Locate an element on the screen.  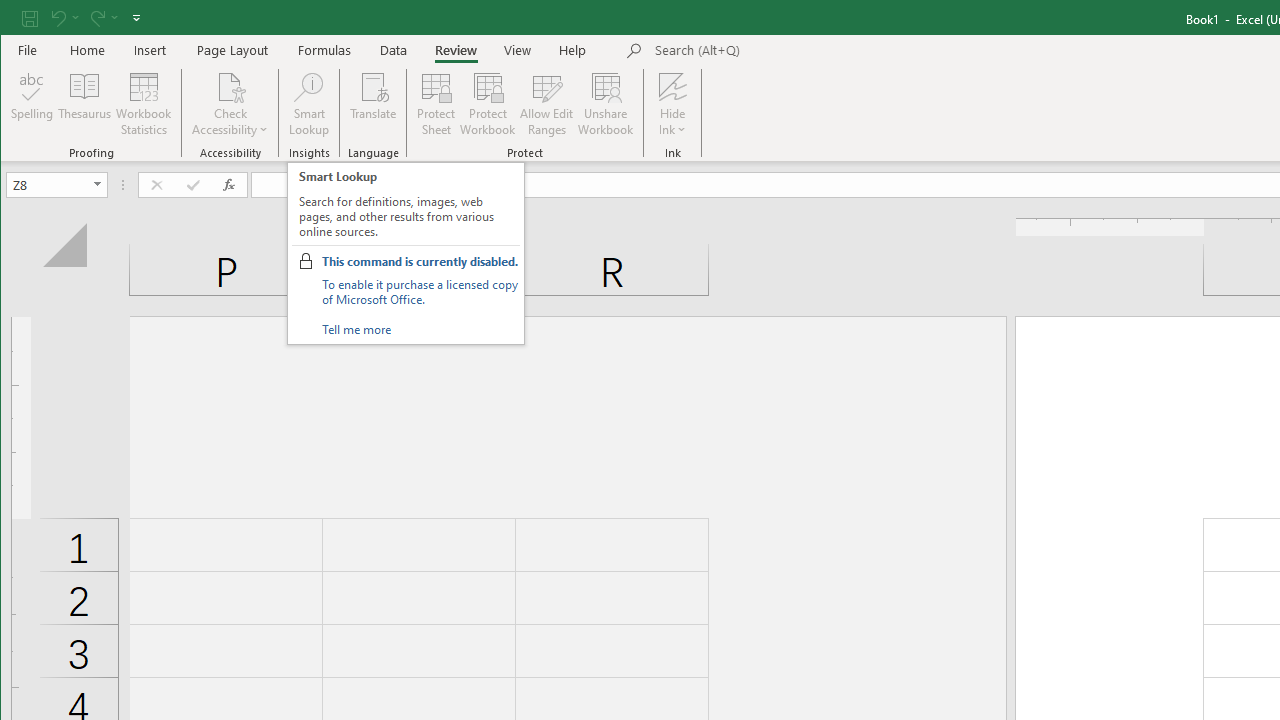
'This command is currently disabled.' is located at coordinates (418, 260).